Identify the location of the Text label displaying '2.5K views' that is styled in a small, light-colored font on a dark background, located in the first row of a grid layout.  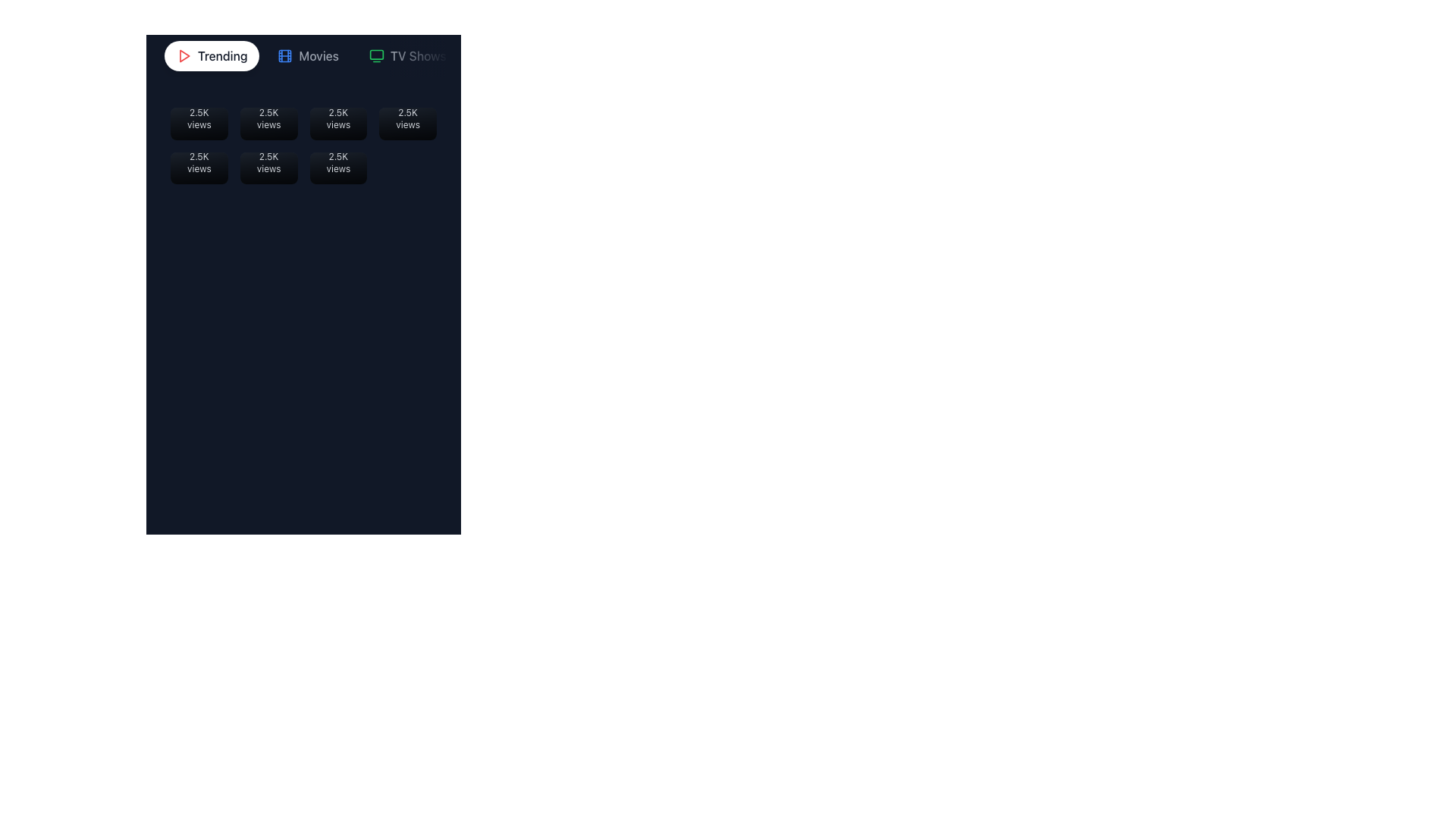
(198, 123).